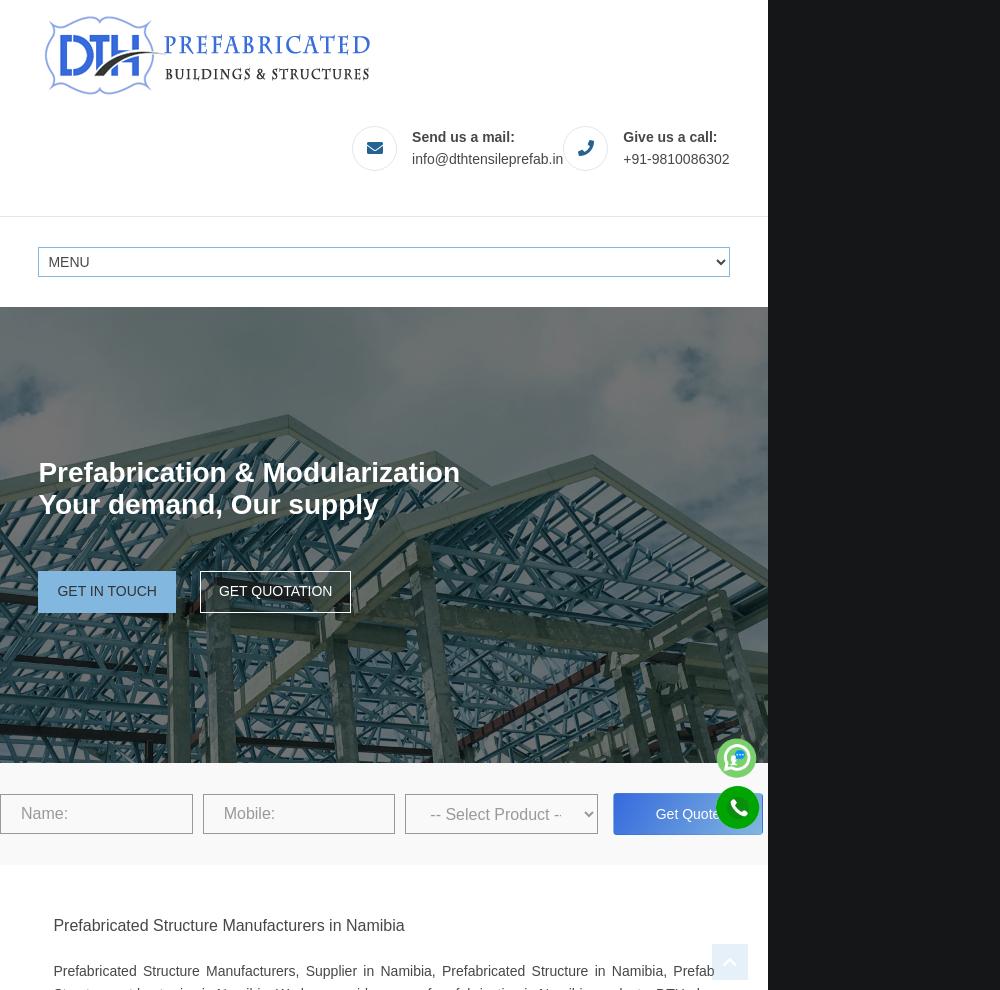 The width and height of the screenshot is (1000, 990). What do you see at coordinates (248, 472) in the screenshot?
I see `'Prefabrication & Modularization'` at bounding box center [248, 472].